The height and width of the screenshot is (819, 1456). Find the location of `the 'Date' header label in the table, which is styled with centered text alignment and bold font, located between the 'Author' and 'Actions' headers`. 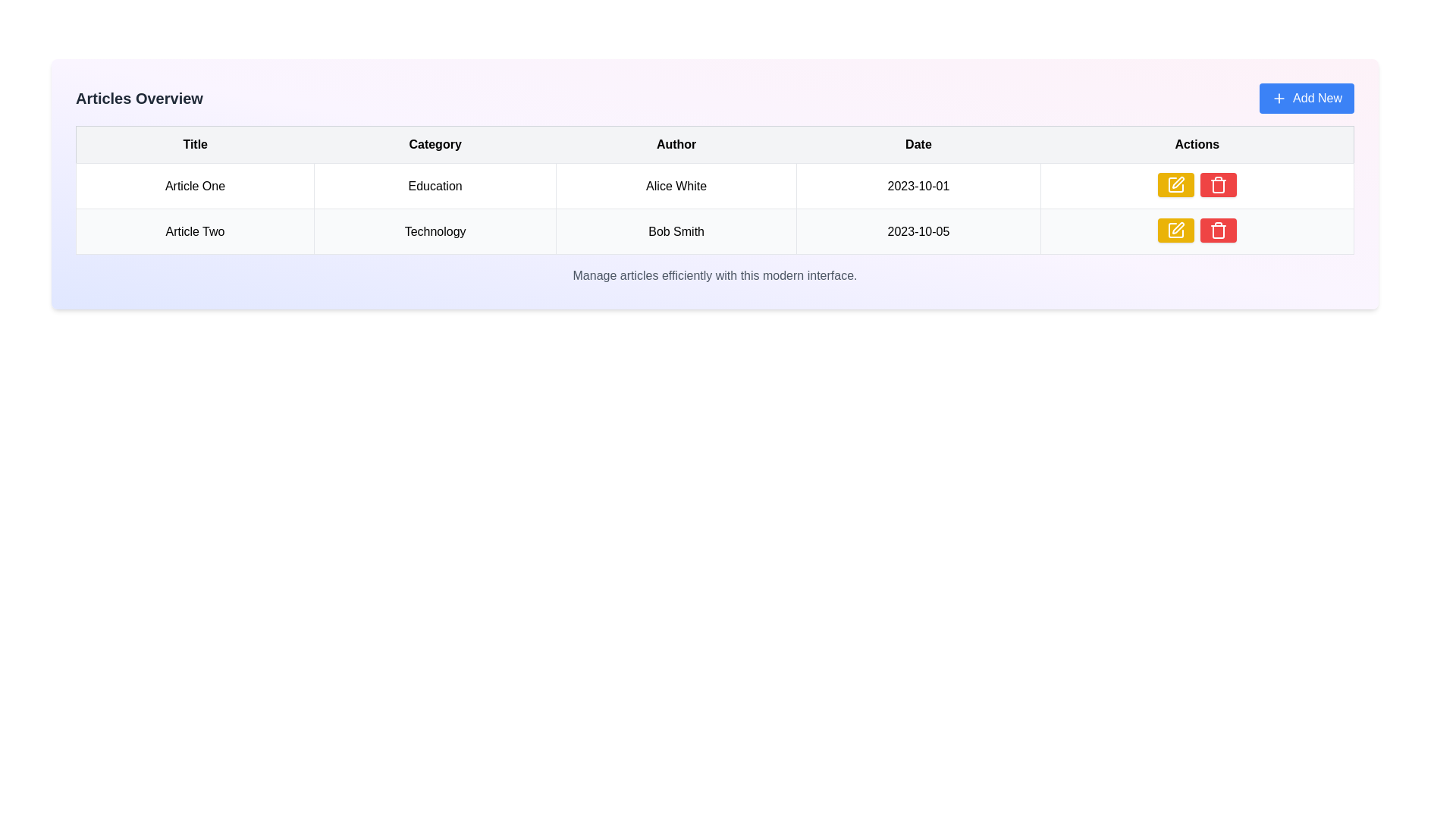

the 'Date' header label in the table, which is styled with centered text alignment and bold font, located between the 'Author' and 'Actions' headers is located at coordinates (918, 145).